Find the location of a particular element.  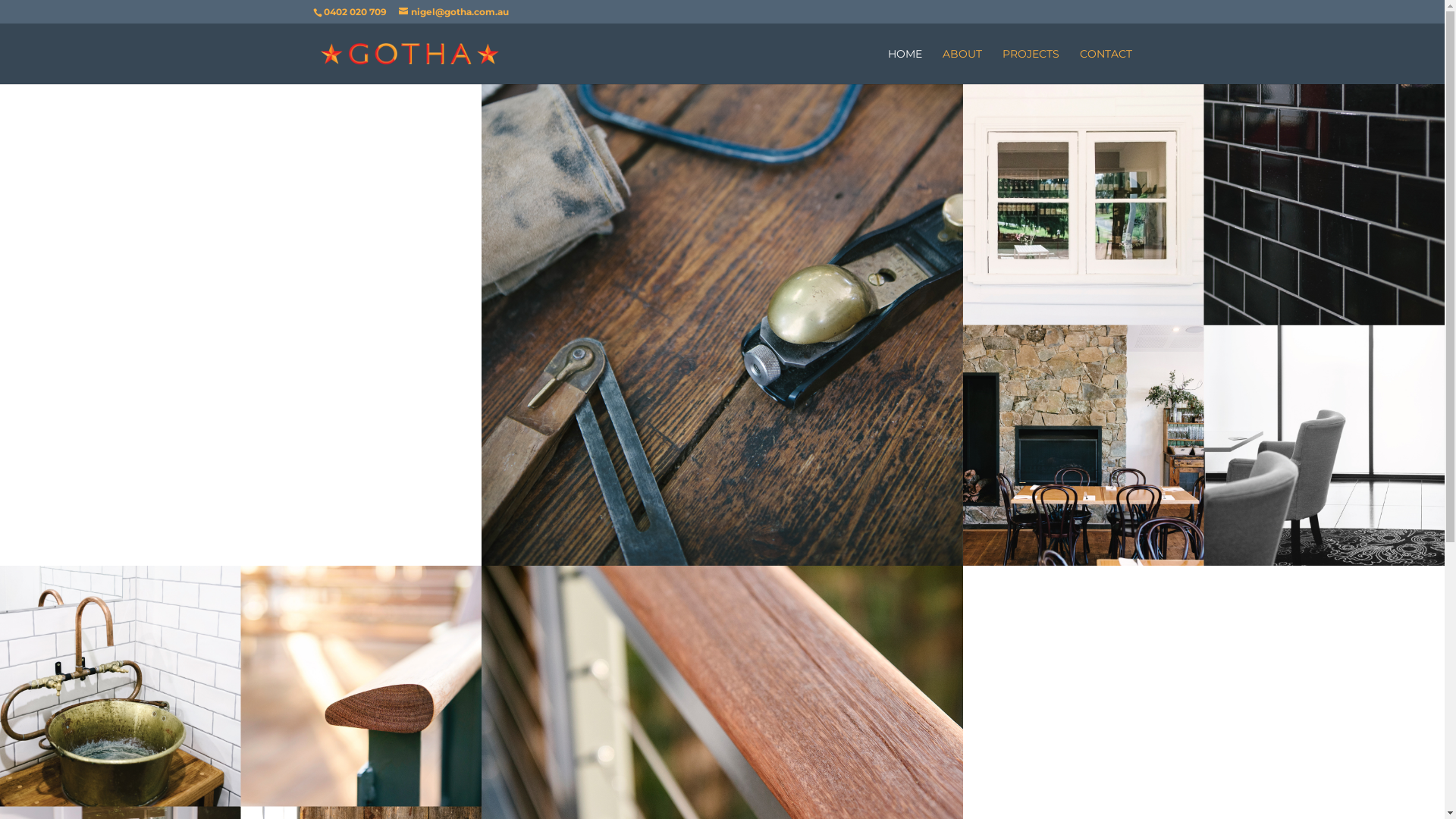

'HOME' is located at coordinates (904, 65).